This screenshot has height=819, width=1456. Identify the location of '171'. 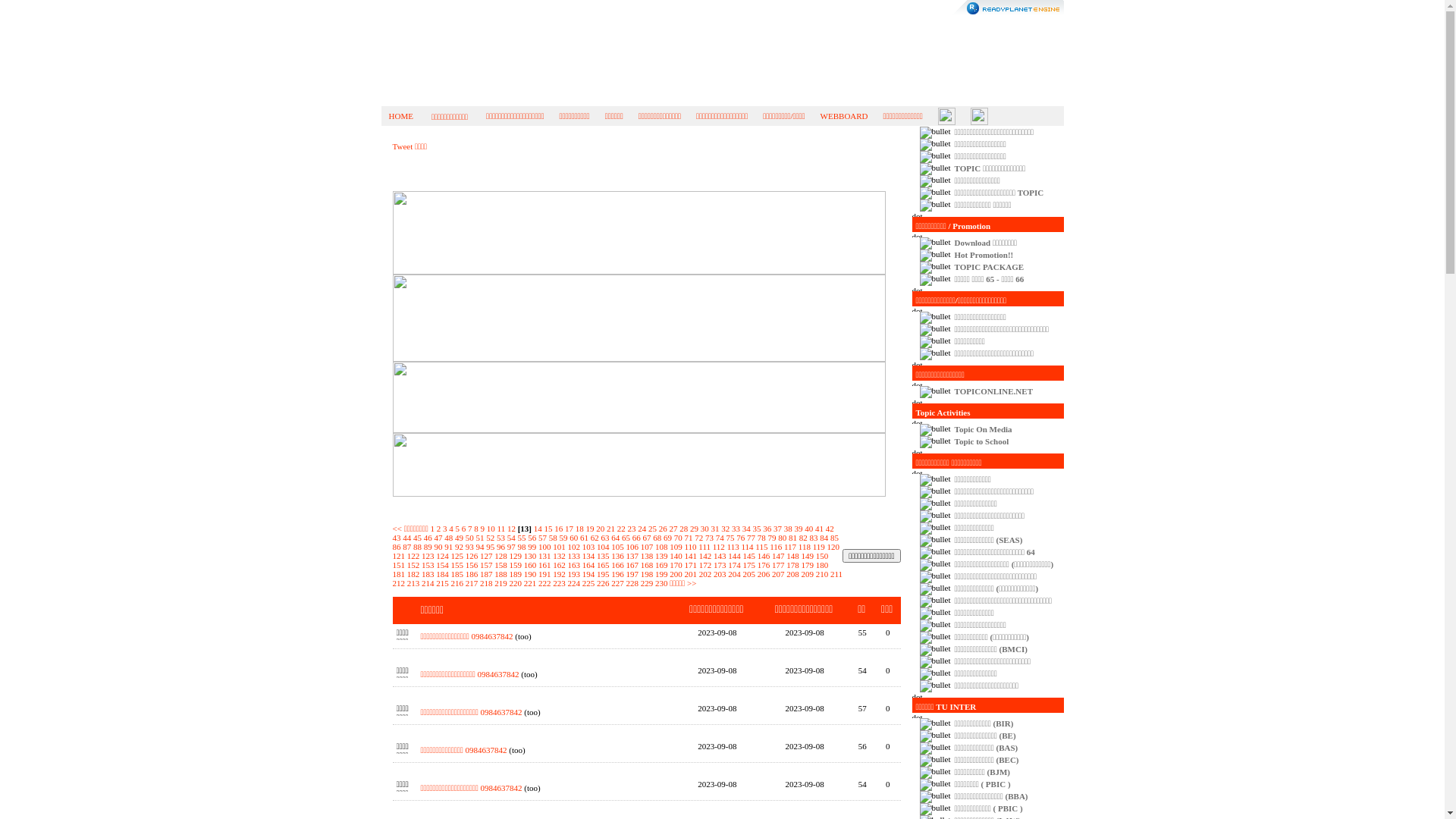
(683, 564).